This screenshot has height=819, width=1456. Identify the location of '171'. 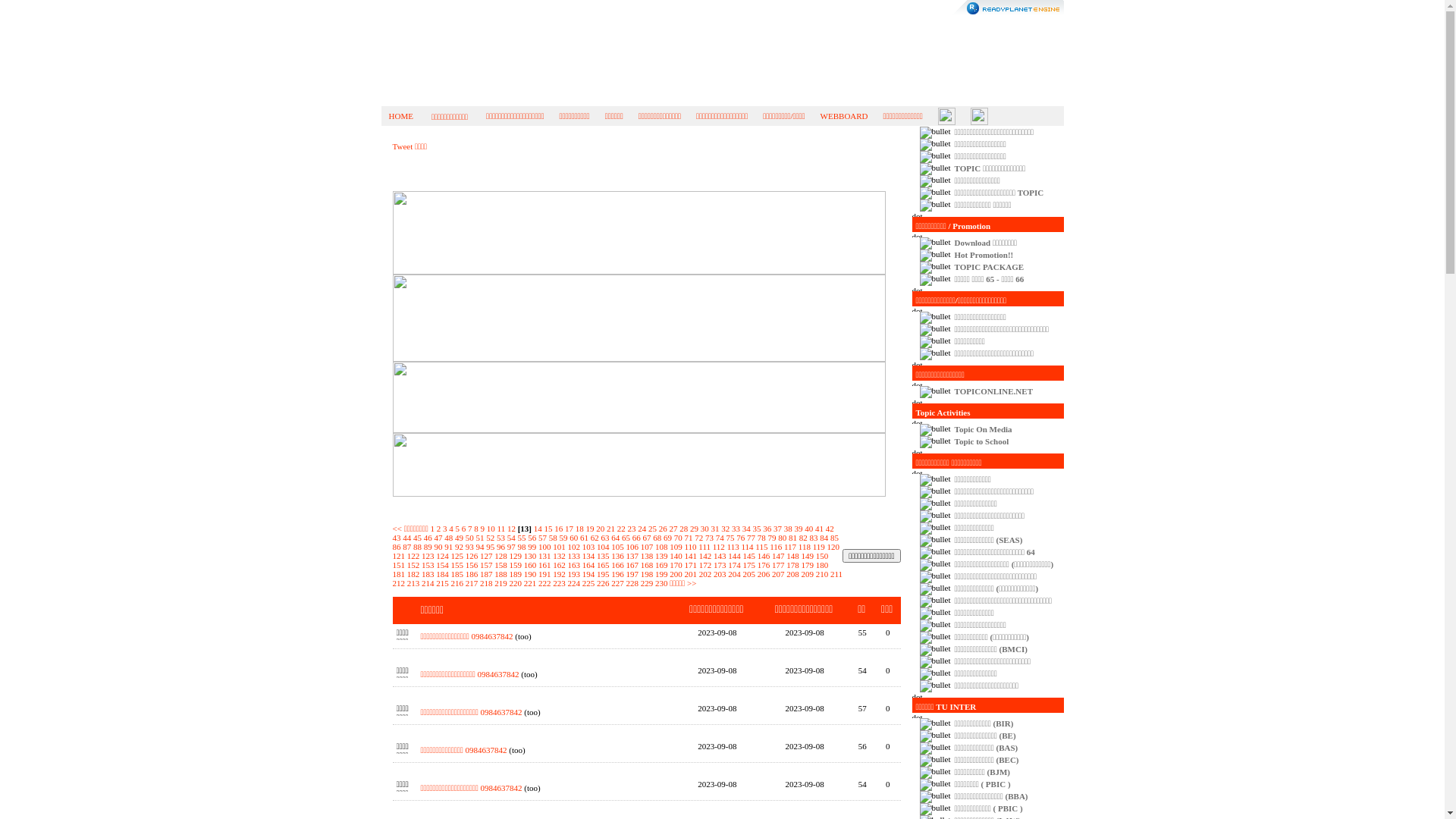
(683, 564).